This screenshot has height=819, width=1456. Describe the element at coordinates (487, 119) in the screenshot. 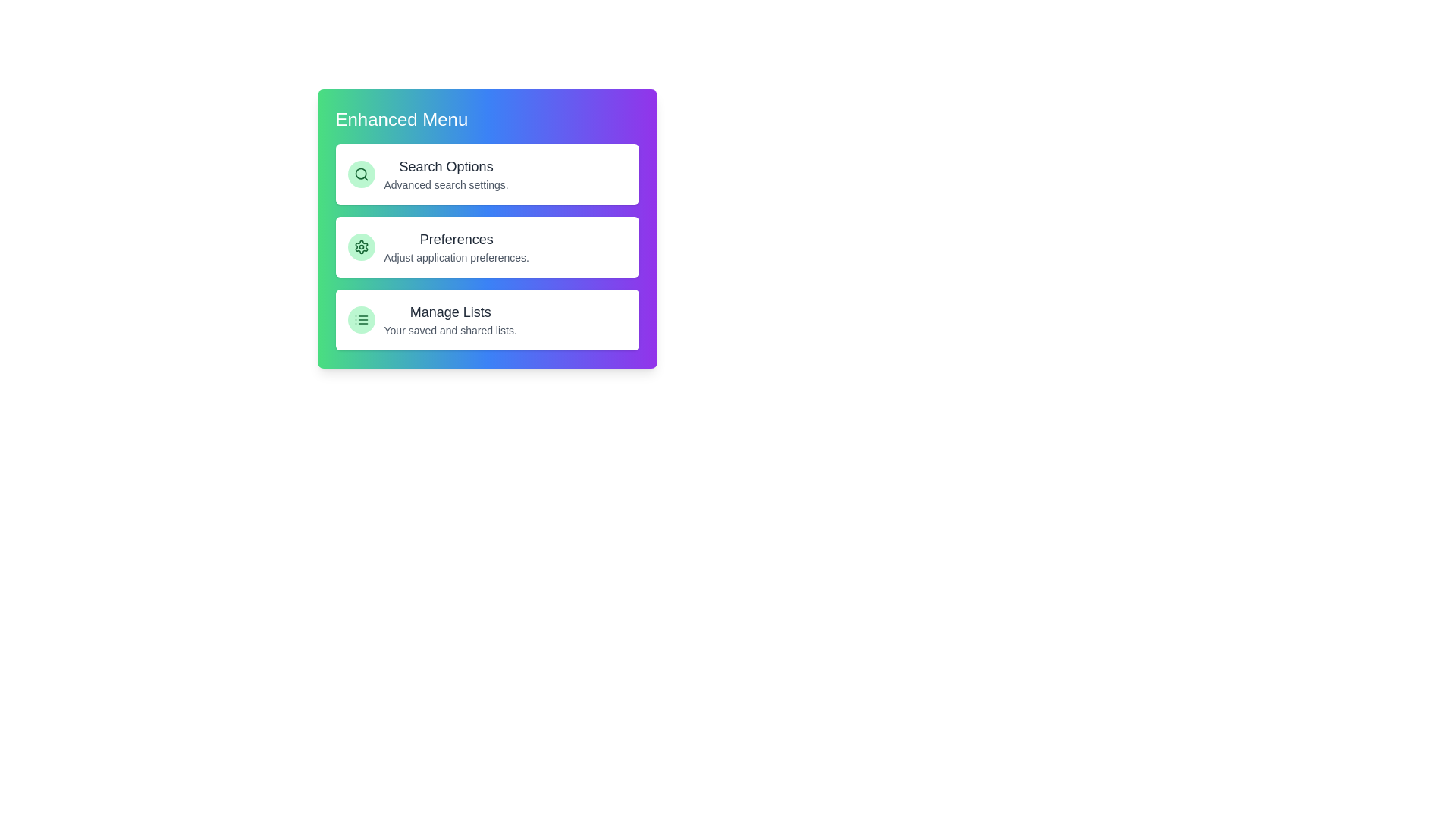

I see `the header of the menu to toggle its expanded or collapsed state` at that location.